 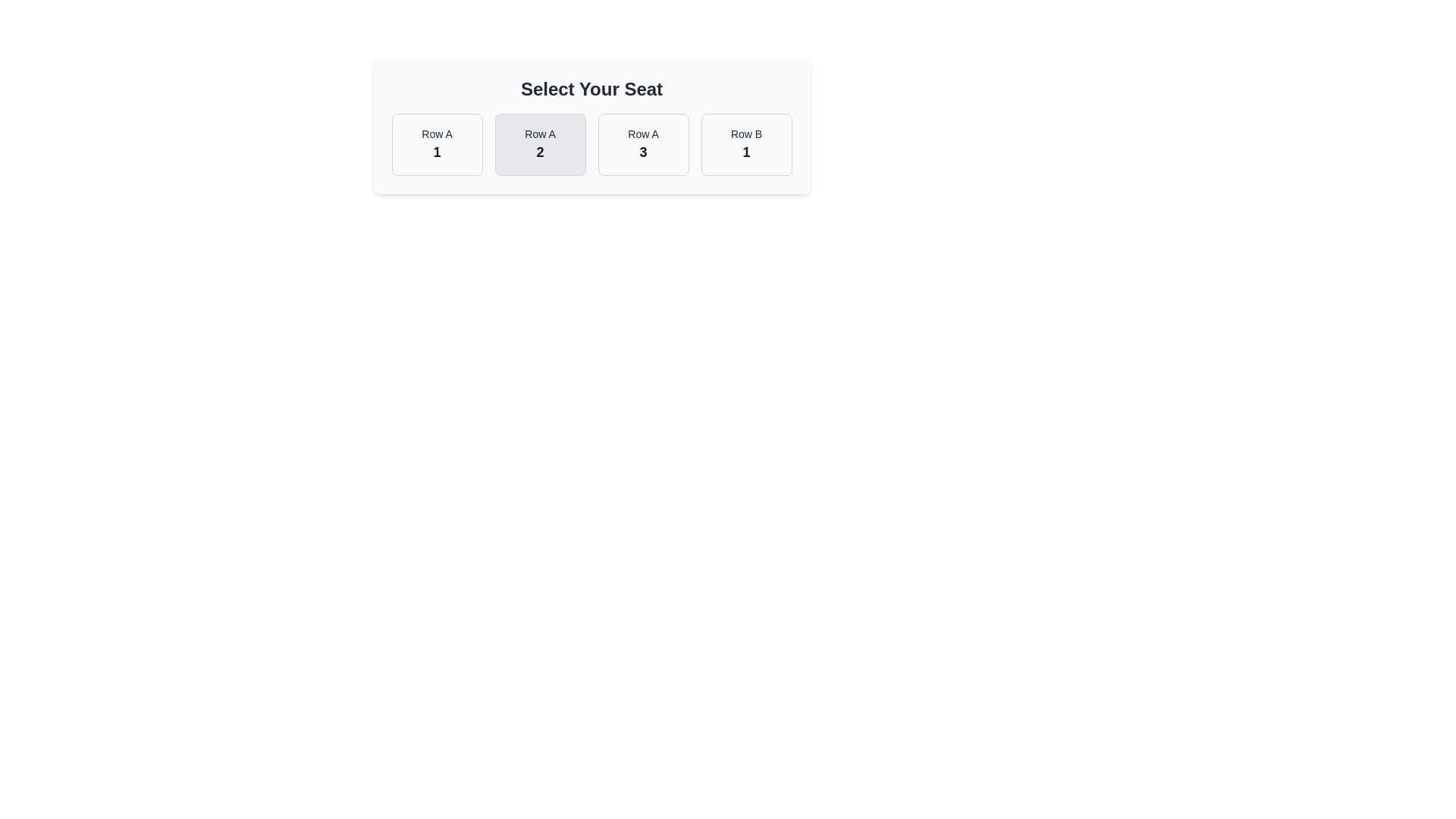 I want to click on text of the Text label that identifies a seat or position in Row B, located below the 'Row B' label, so click(x=746, y=152).